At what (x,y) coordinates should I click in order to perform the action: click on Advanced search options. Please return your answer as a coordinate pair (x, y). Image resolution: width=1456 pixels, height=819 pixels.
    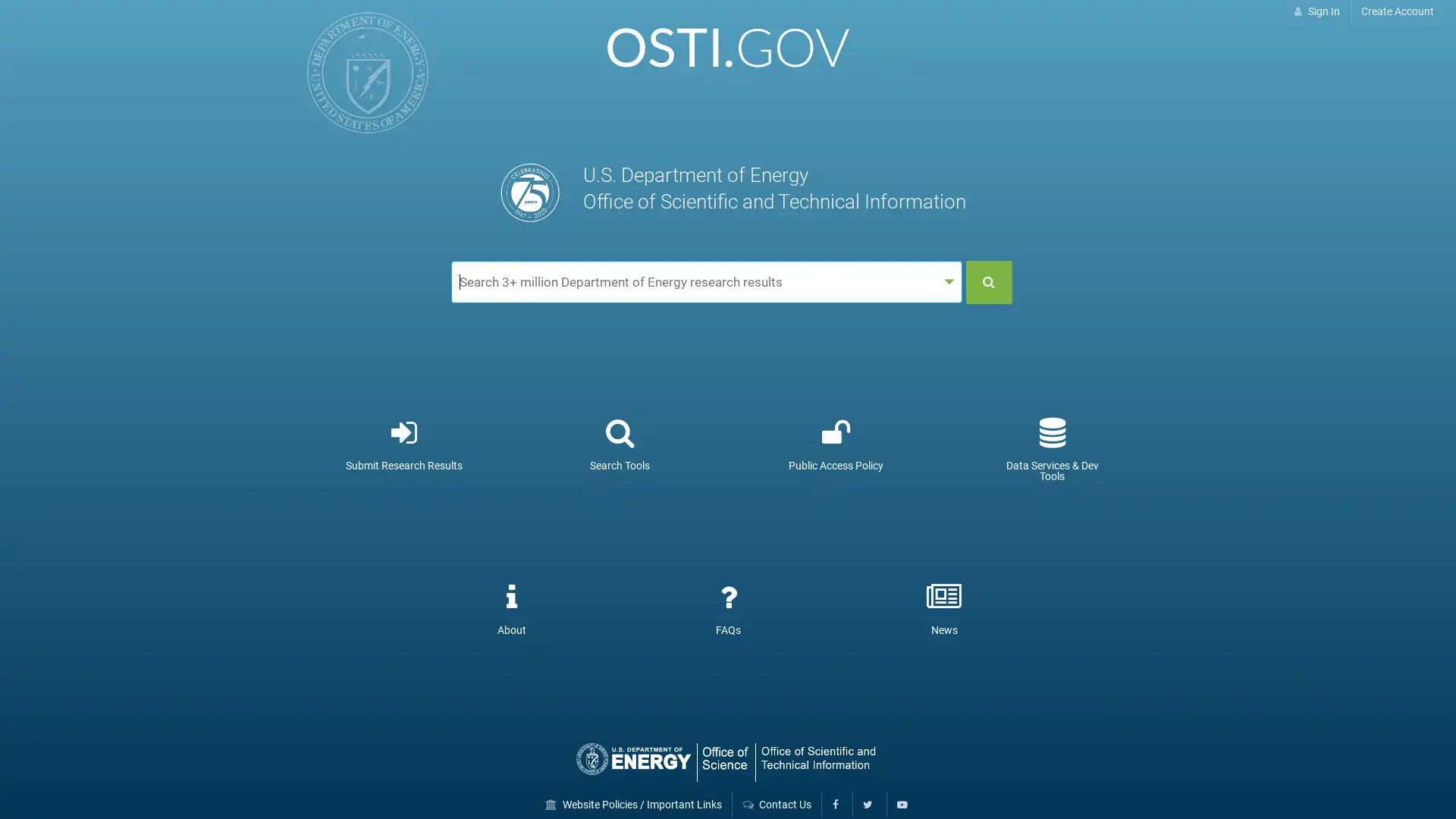
    Looking at the image, I should click on (948, 282).